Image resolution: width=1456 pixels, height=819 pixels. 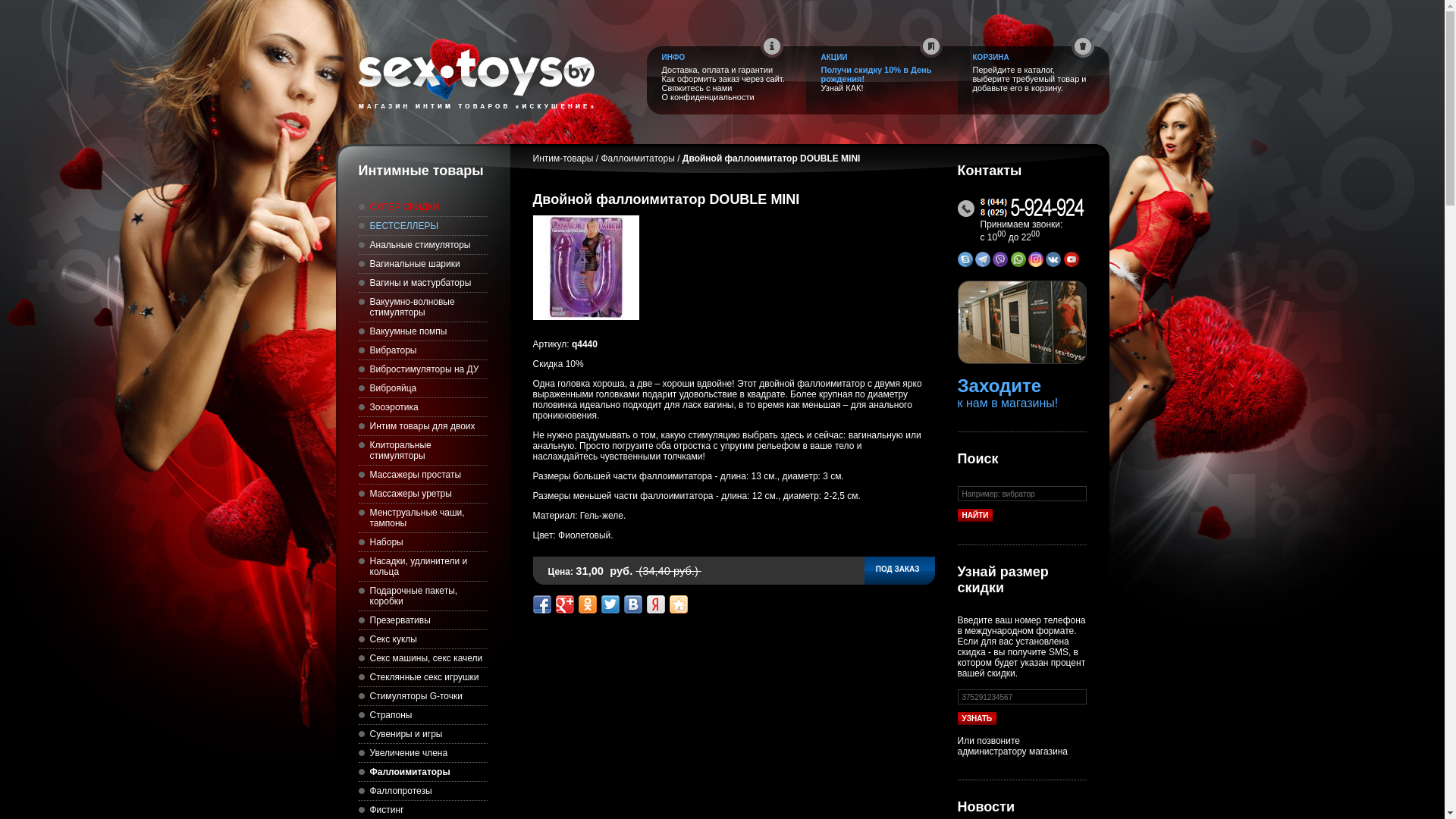 What do you see at coordinates (600, 604) in the screenshot?
I see `'Share on Twitter'` at bounding box center [600, 604].